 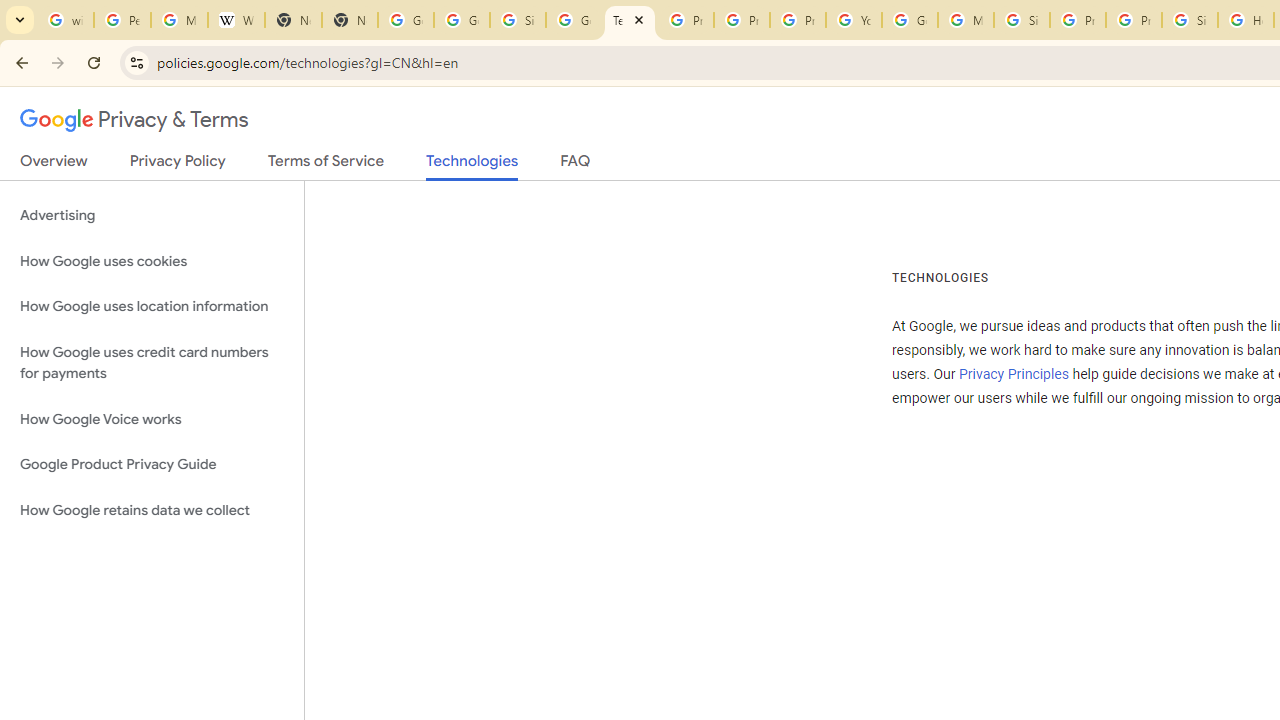 I want to click on 'Google Drive: Sign-in', so click(x=461, y=20).